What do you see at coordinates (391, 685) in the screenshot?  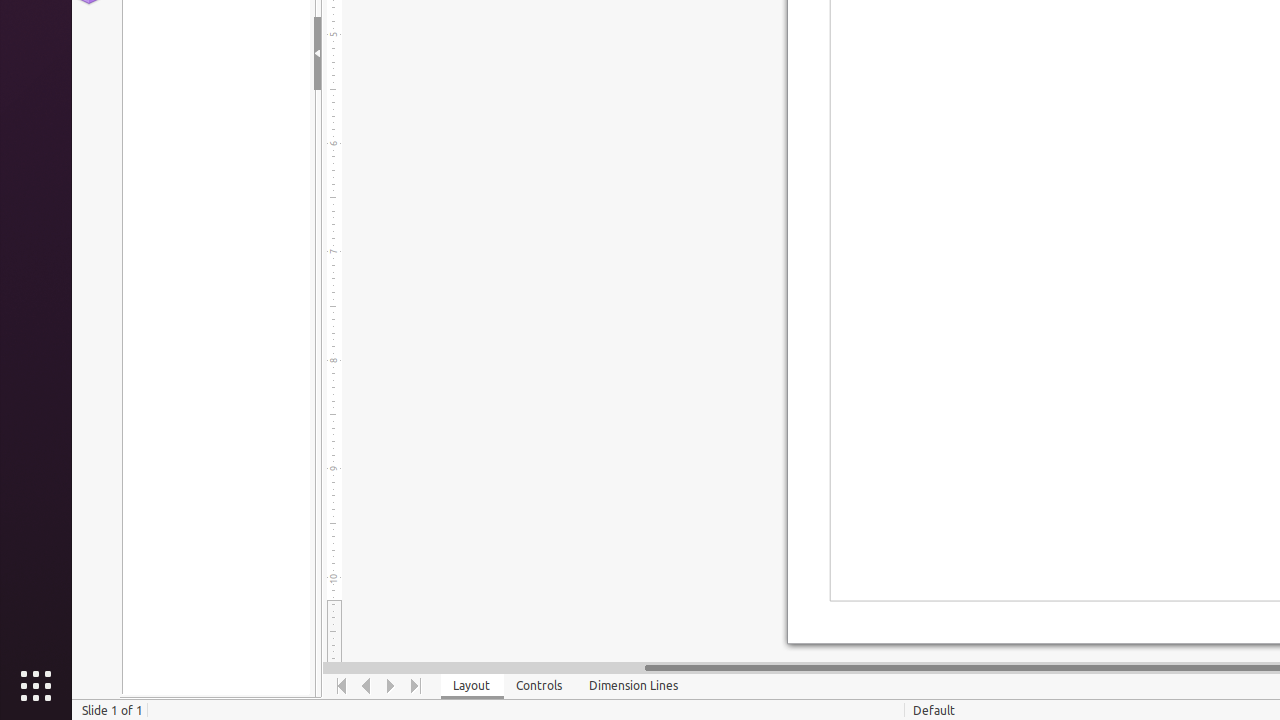 I see `'Move Right'` at bounding box center [391, 685].